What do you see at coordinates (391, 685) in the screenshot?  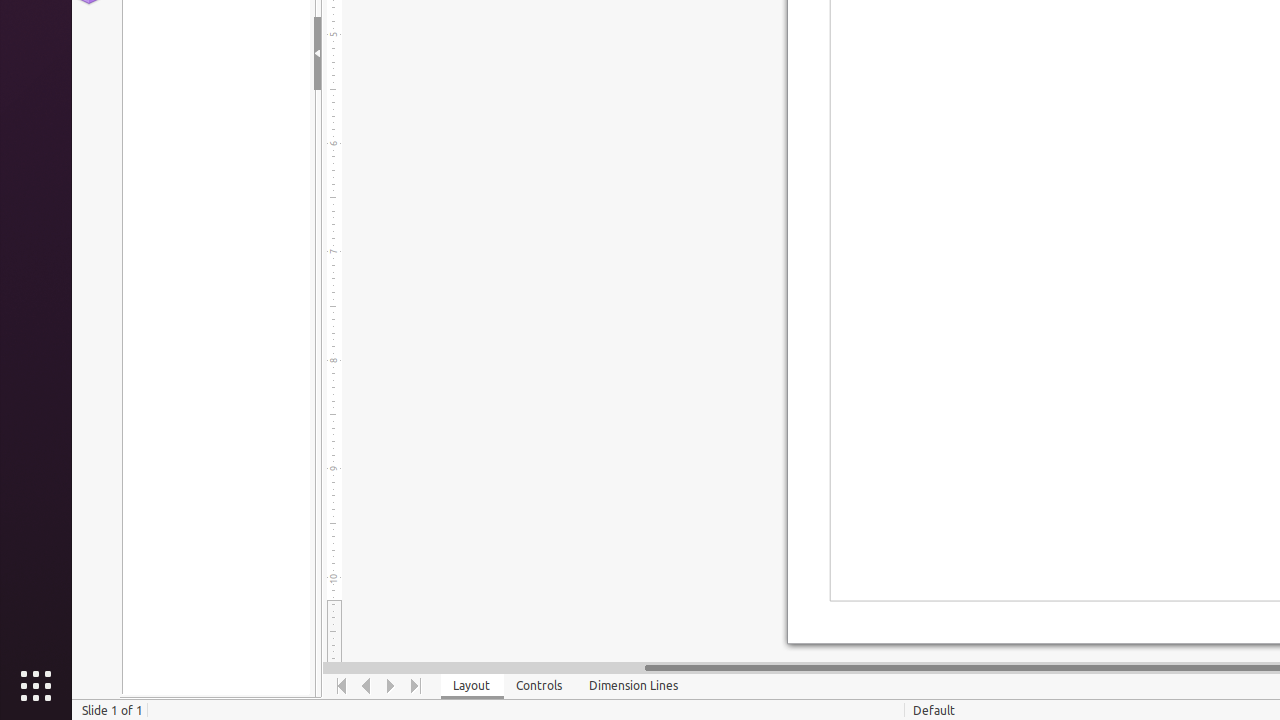 I see `'Move Right'` at bounding box center [391, 685].